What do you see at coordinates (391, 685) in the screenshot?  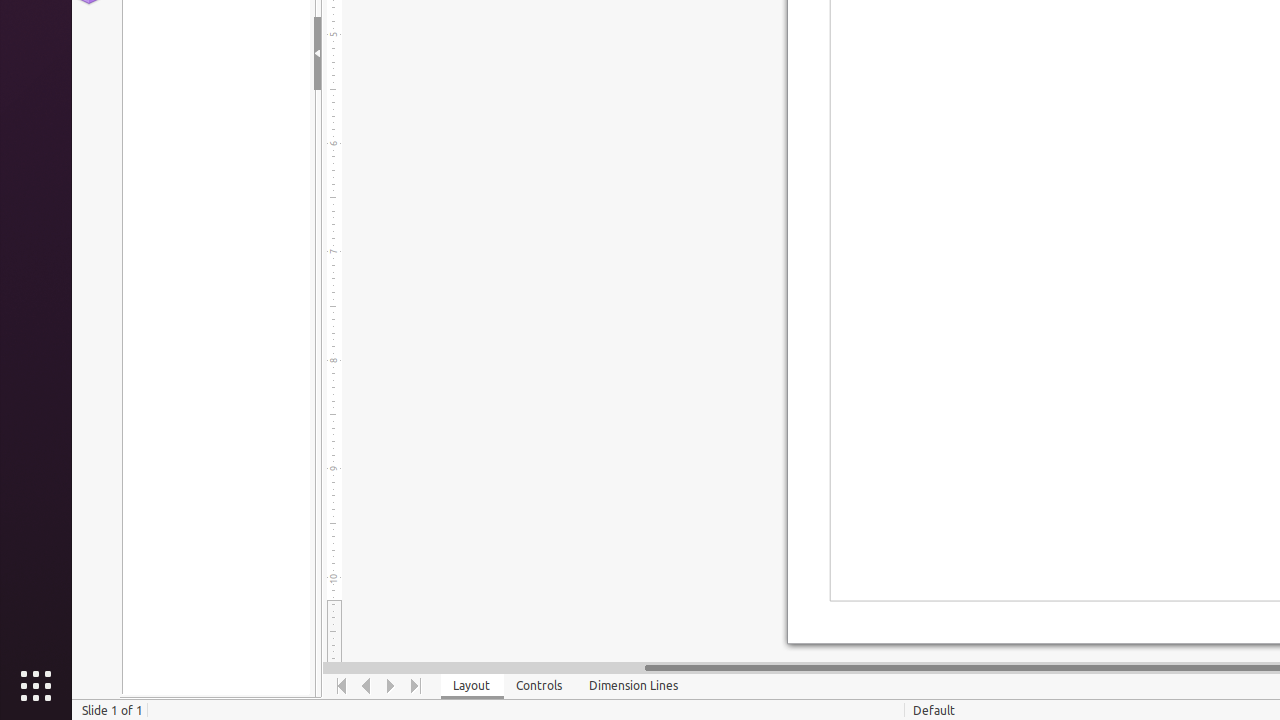 I see `'Move Right'` at bounding box center [391, 685].